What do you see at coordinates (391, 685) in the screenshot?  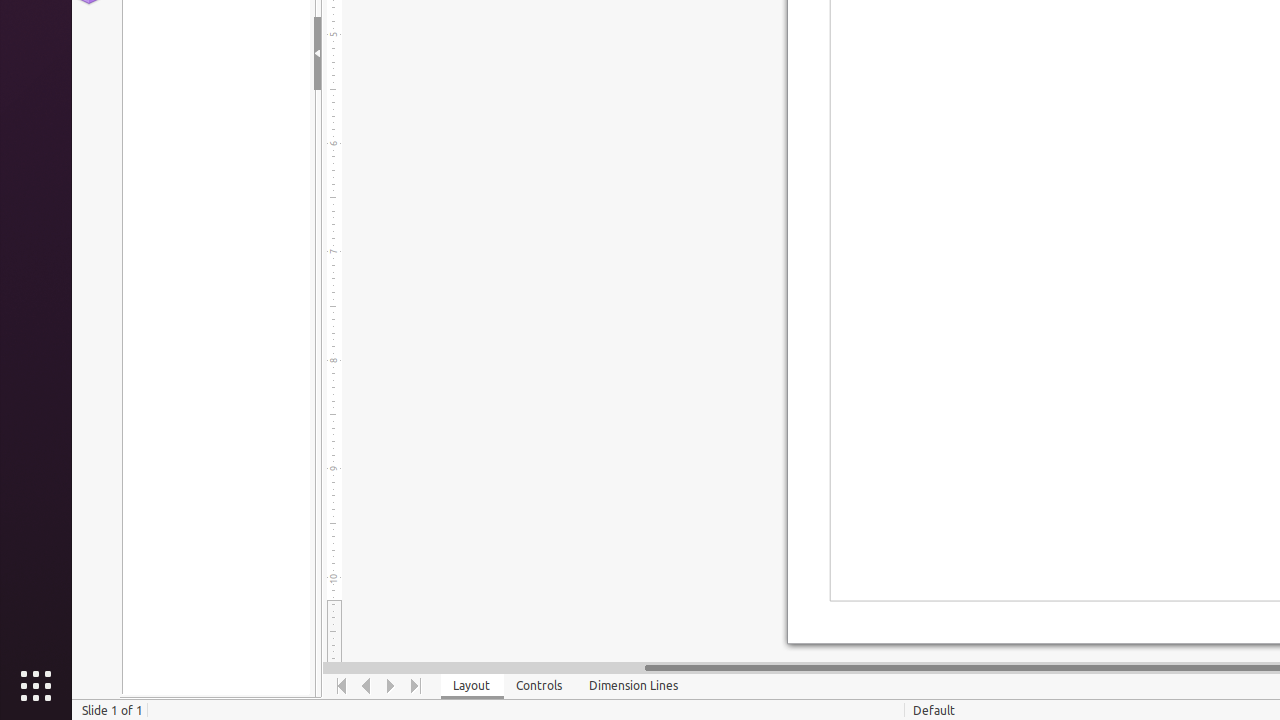 I see `'Move Right'` at bounding box center [391, 685].